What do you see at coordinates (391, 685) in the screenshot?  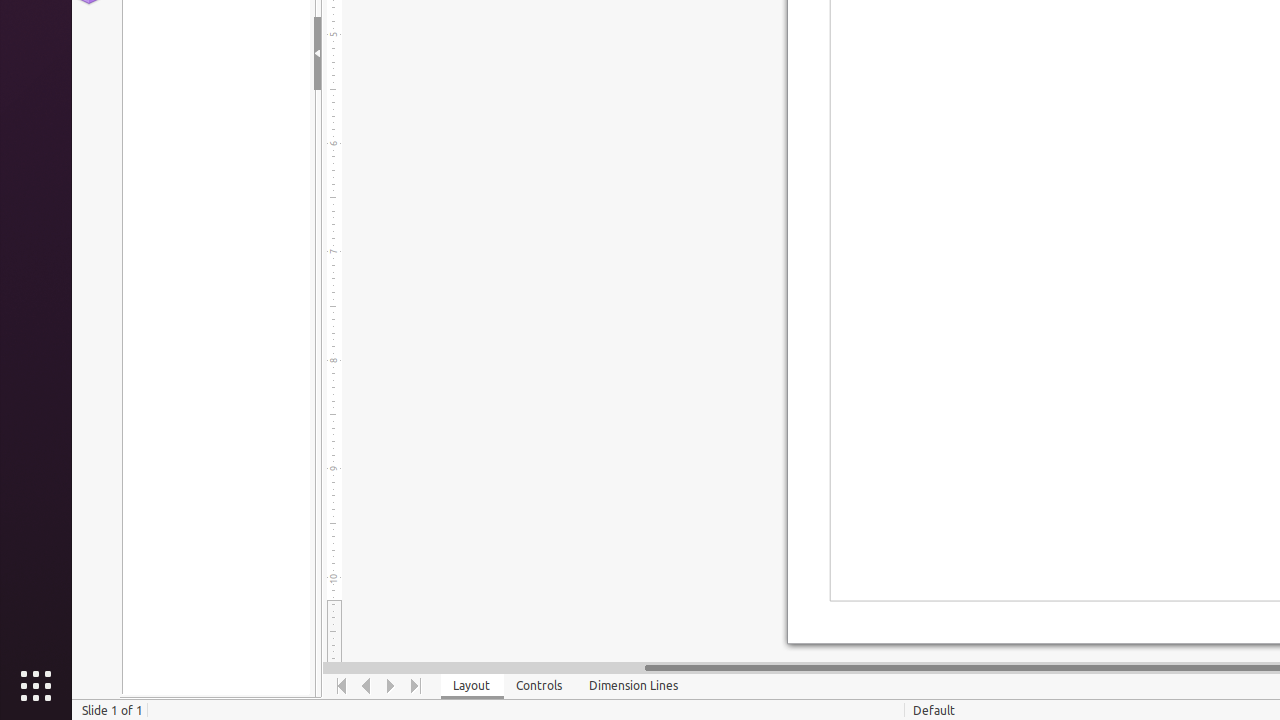 I see `'Move Right'` at bounding box center [391, 685].